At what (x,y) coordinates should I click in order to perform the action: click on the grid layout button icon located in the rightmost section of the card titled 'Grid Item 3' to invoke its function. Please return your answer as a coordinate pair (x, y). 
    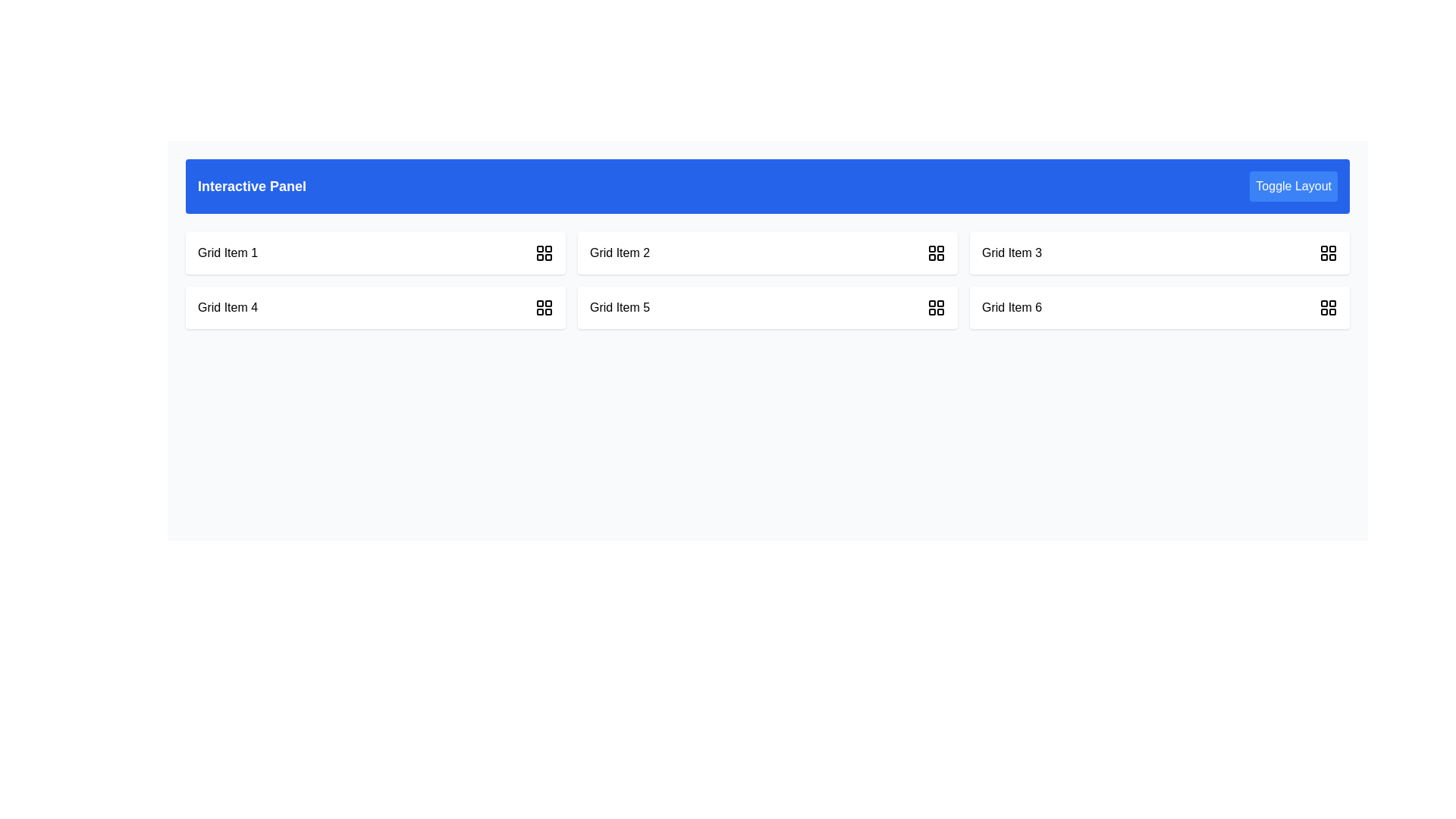
    Looking at the image, I should click on (1328, 253).